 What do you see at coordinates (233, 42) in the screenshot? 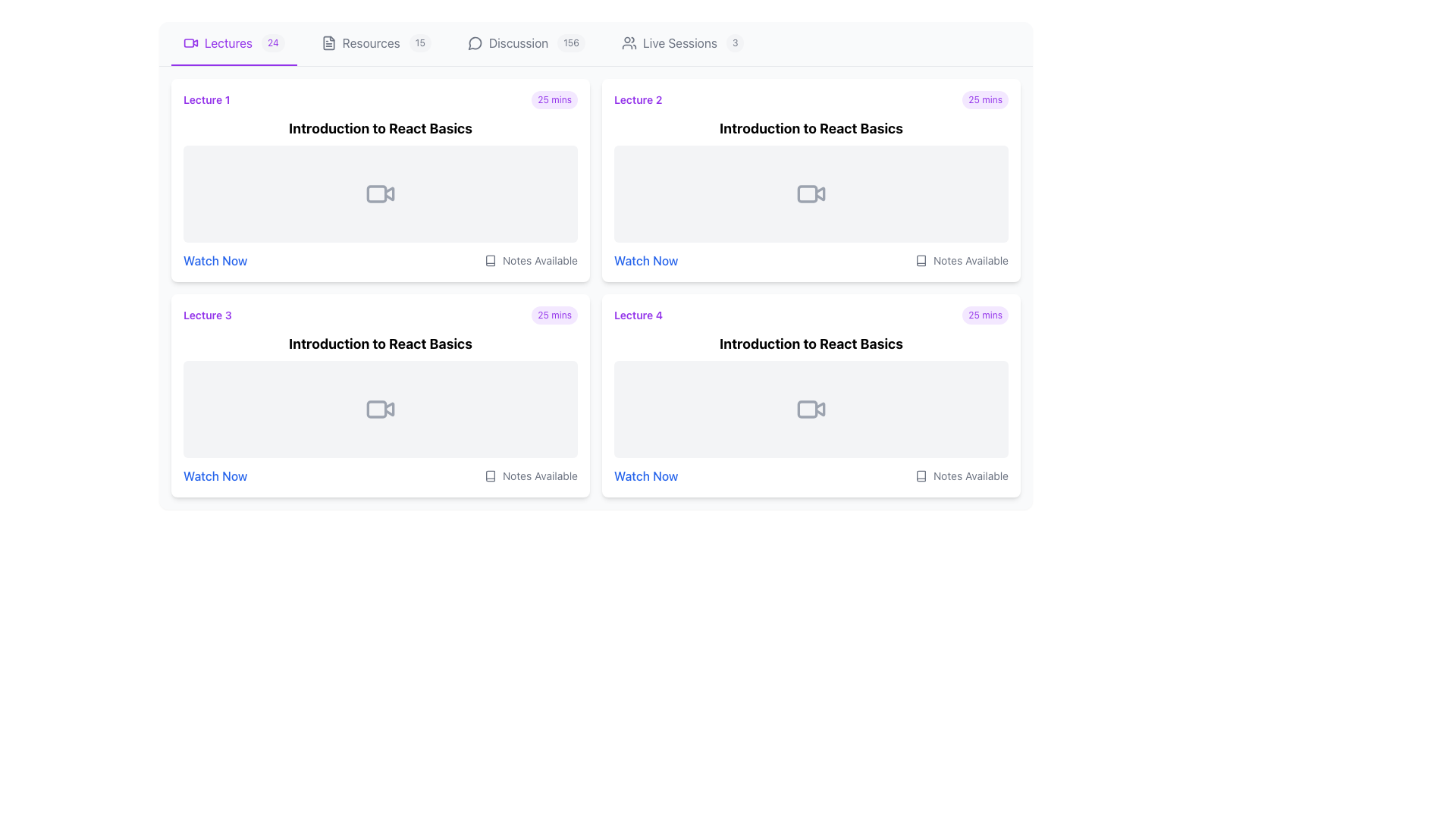
I see `the first menu button in the horizontal navigation bar` at bounding box center [233, 42].